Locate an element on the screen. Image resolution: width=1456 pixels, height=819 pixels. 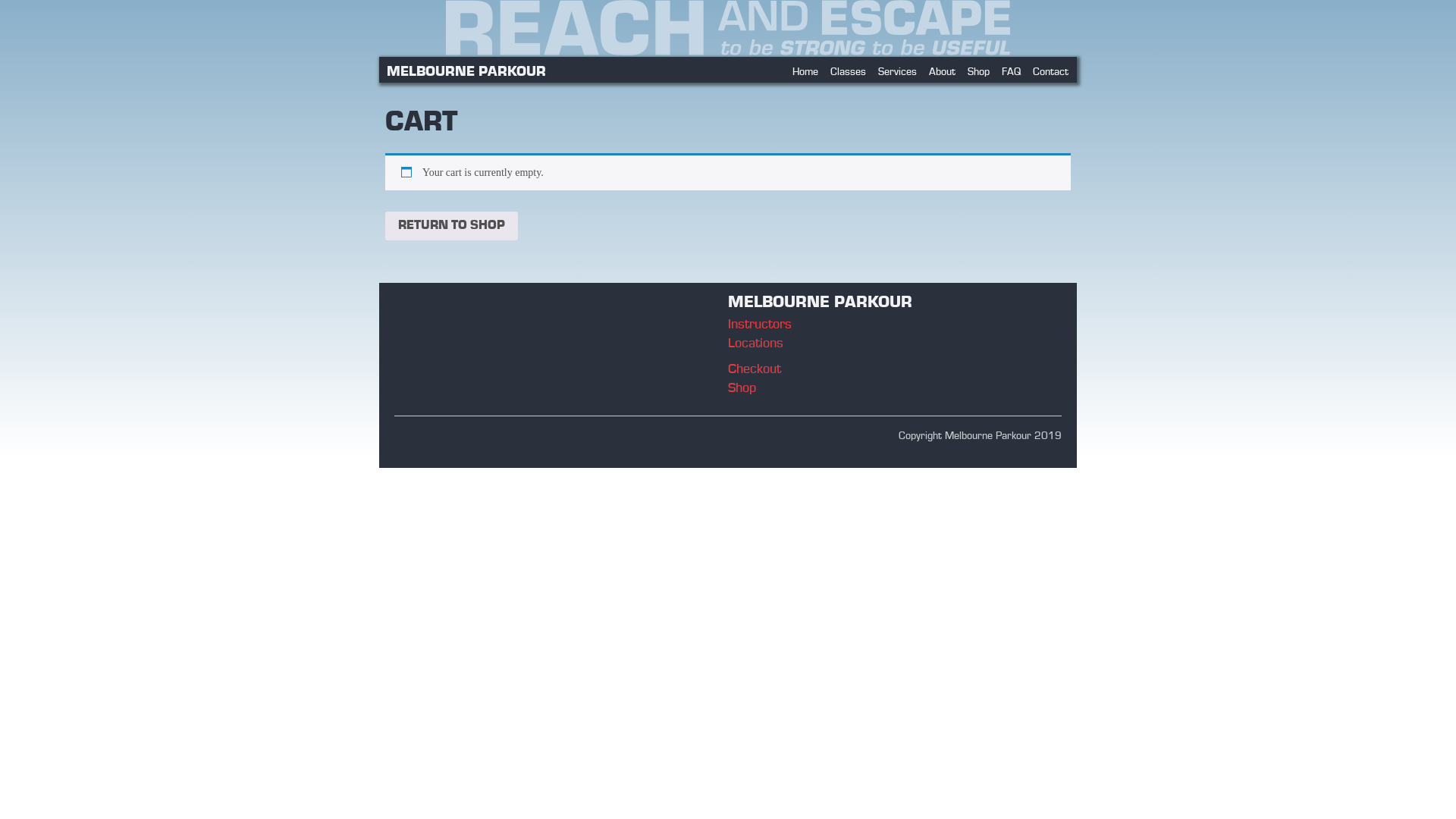
'Checkout' is located at coordinates (754, 369).